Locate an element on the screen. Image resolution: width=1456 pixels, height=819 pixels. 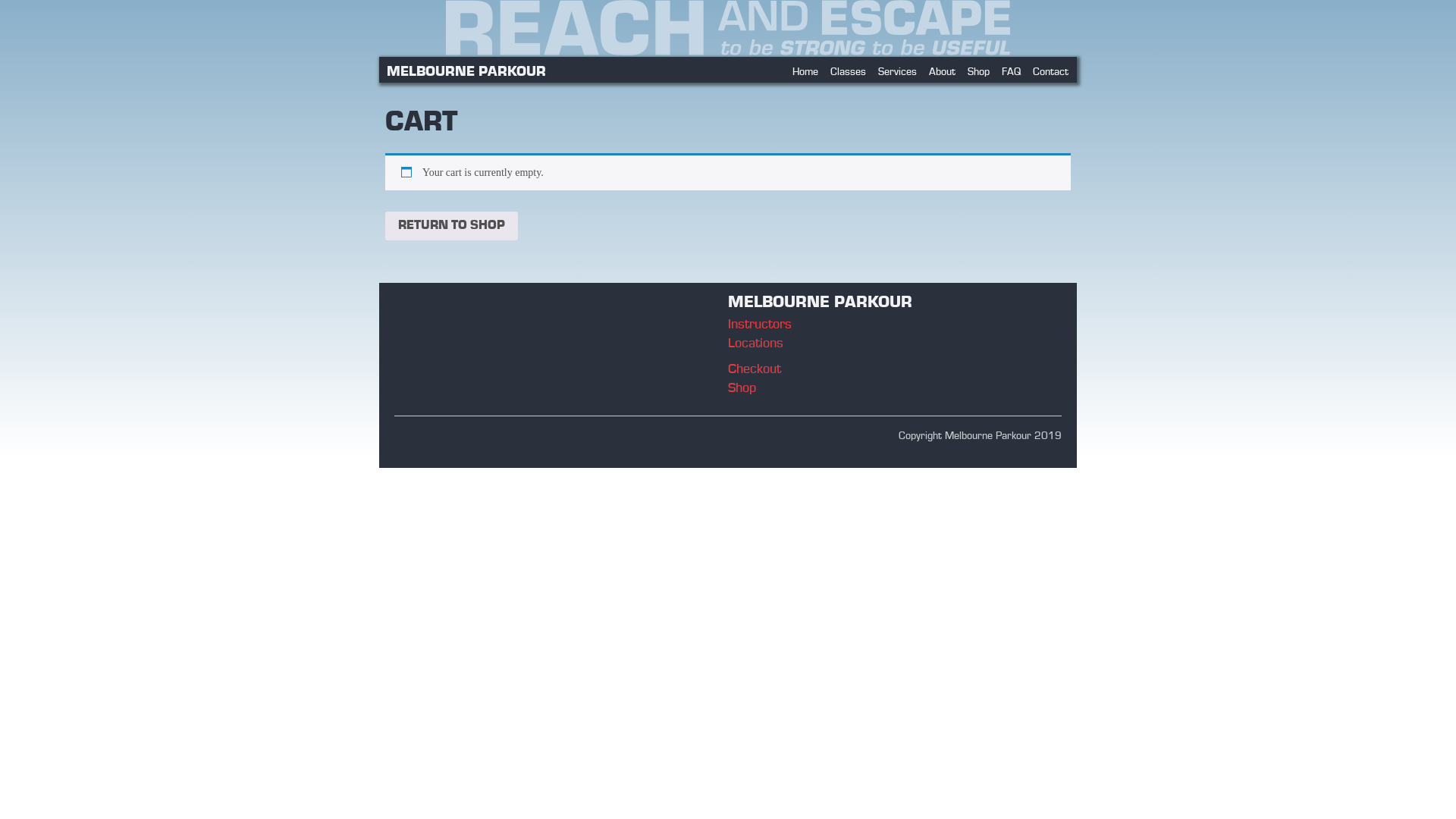
'Checkout' is located at coordinates (754, 369).